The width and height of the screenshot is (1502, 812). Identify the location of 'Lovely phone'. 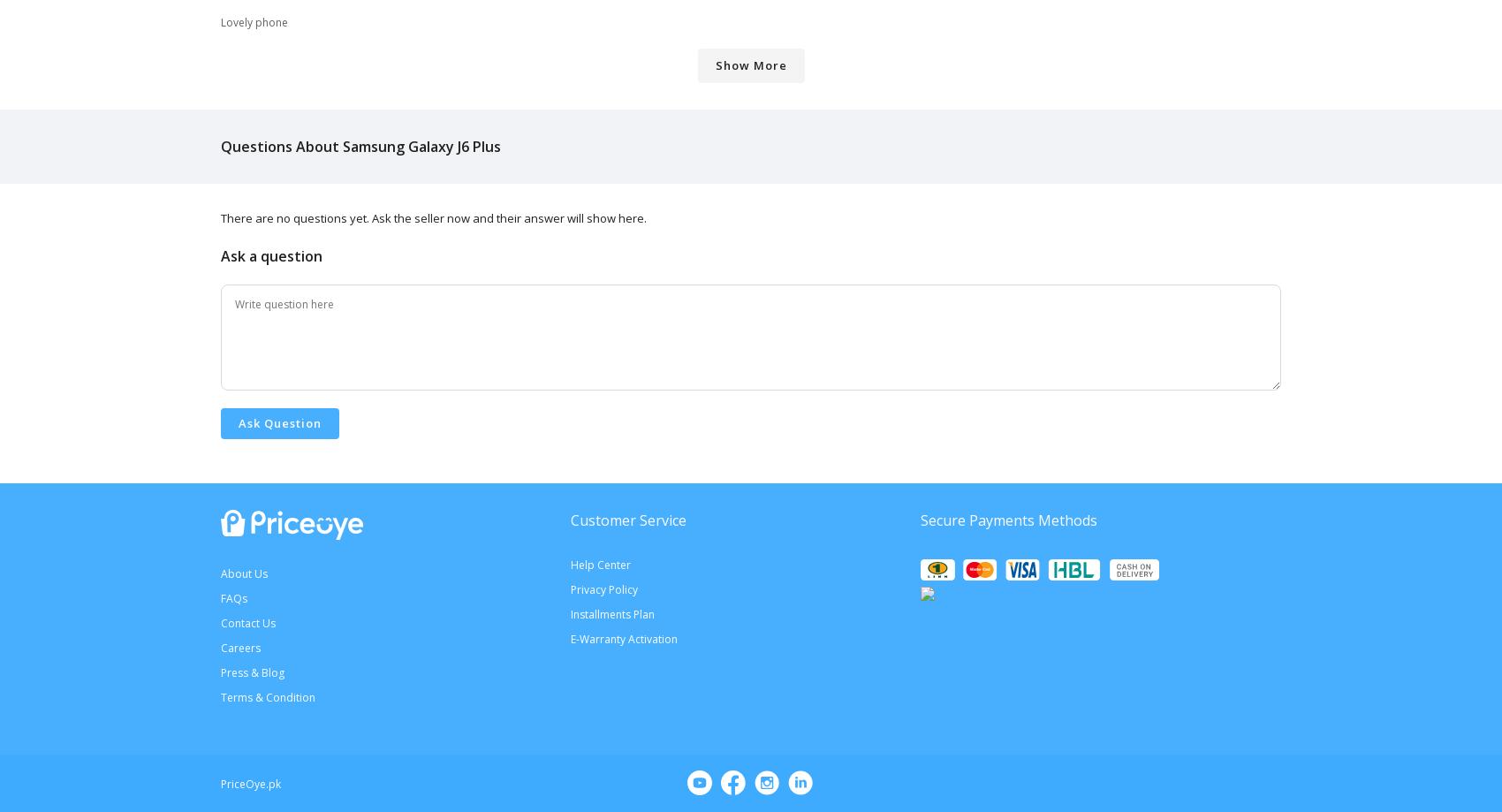
(221, 21).